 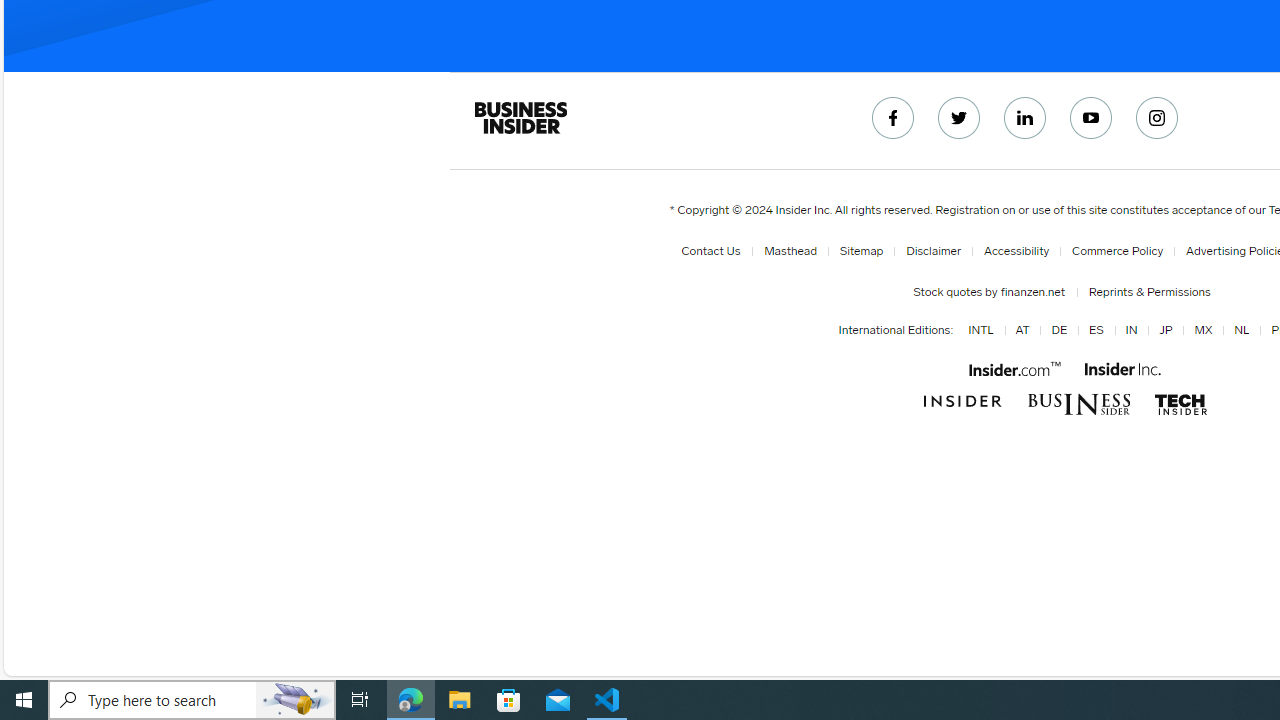 What do you see at coordinates (981, 330) in the screenshot?
I see `'INTL'` at bounding box center [981, 330].